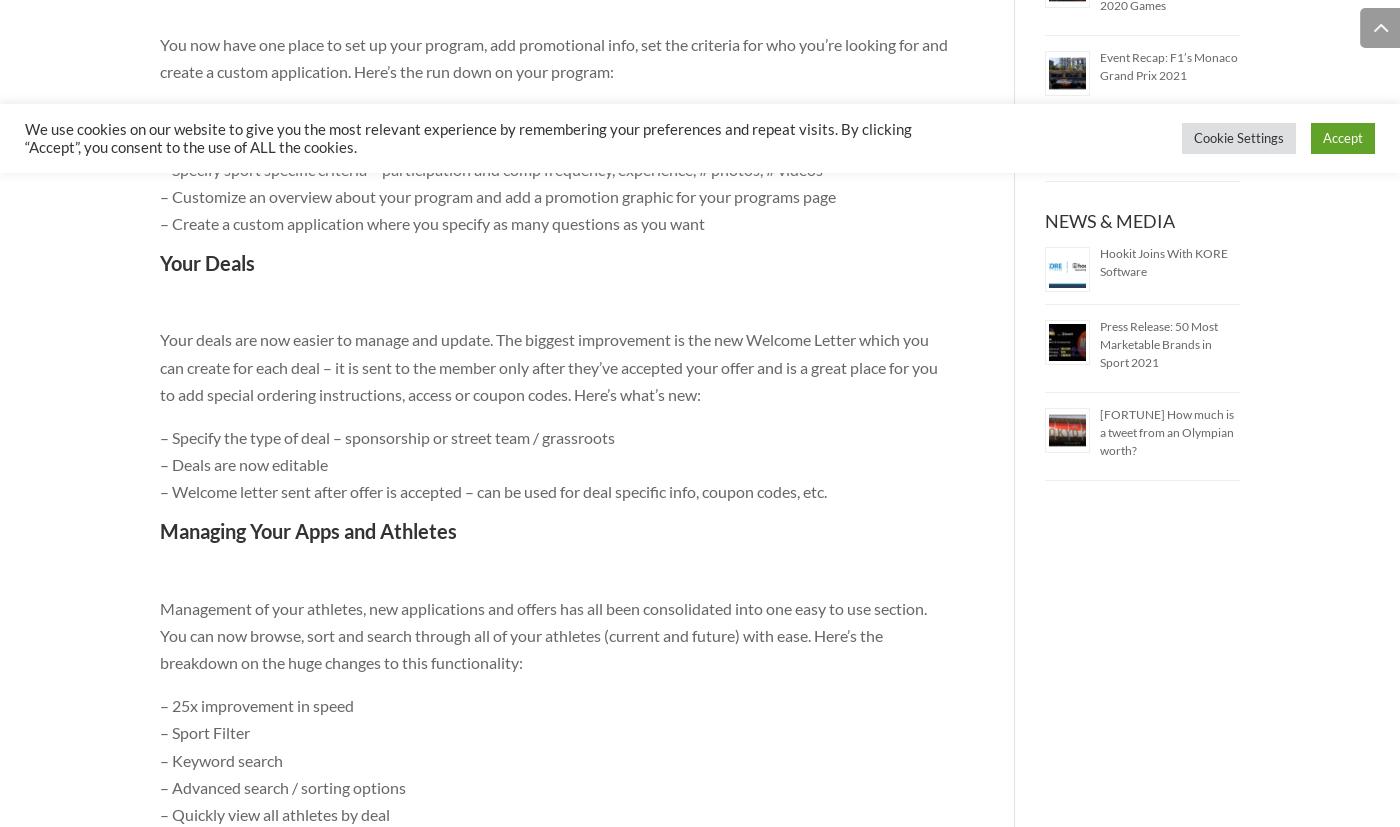 Image resolution: width=1400 pixels, height=827 pixels. I want to click on '– Keyword search', so click(221, 758).